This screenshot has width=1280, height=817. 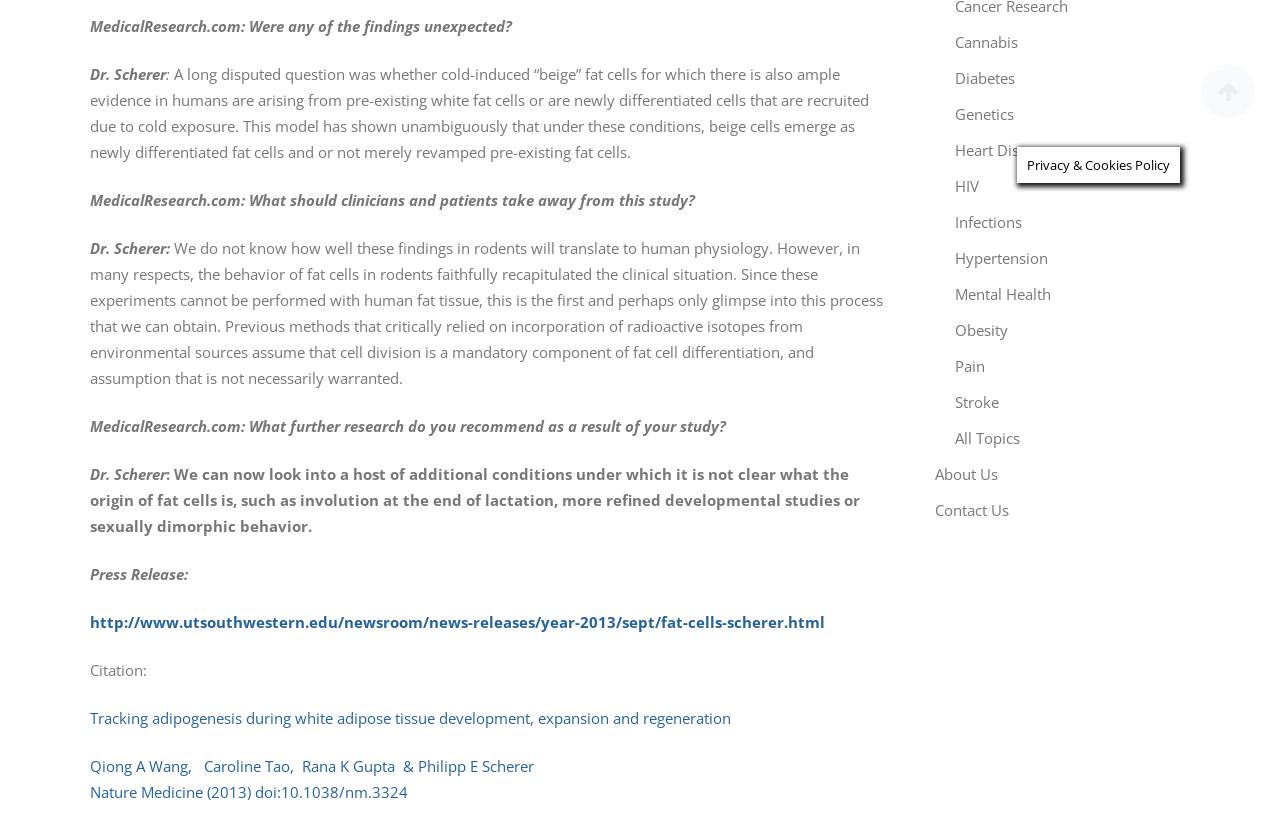 I want to click on 'Heart Disease', so click(x=1002, y=150).